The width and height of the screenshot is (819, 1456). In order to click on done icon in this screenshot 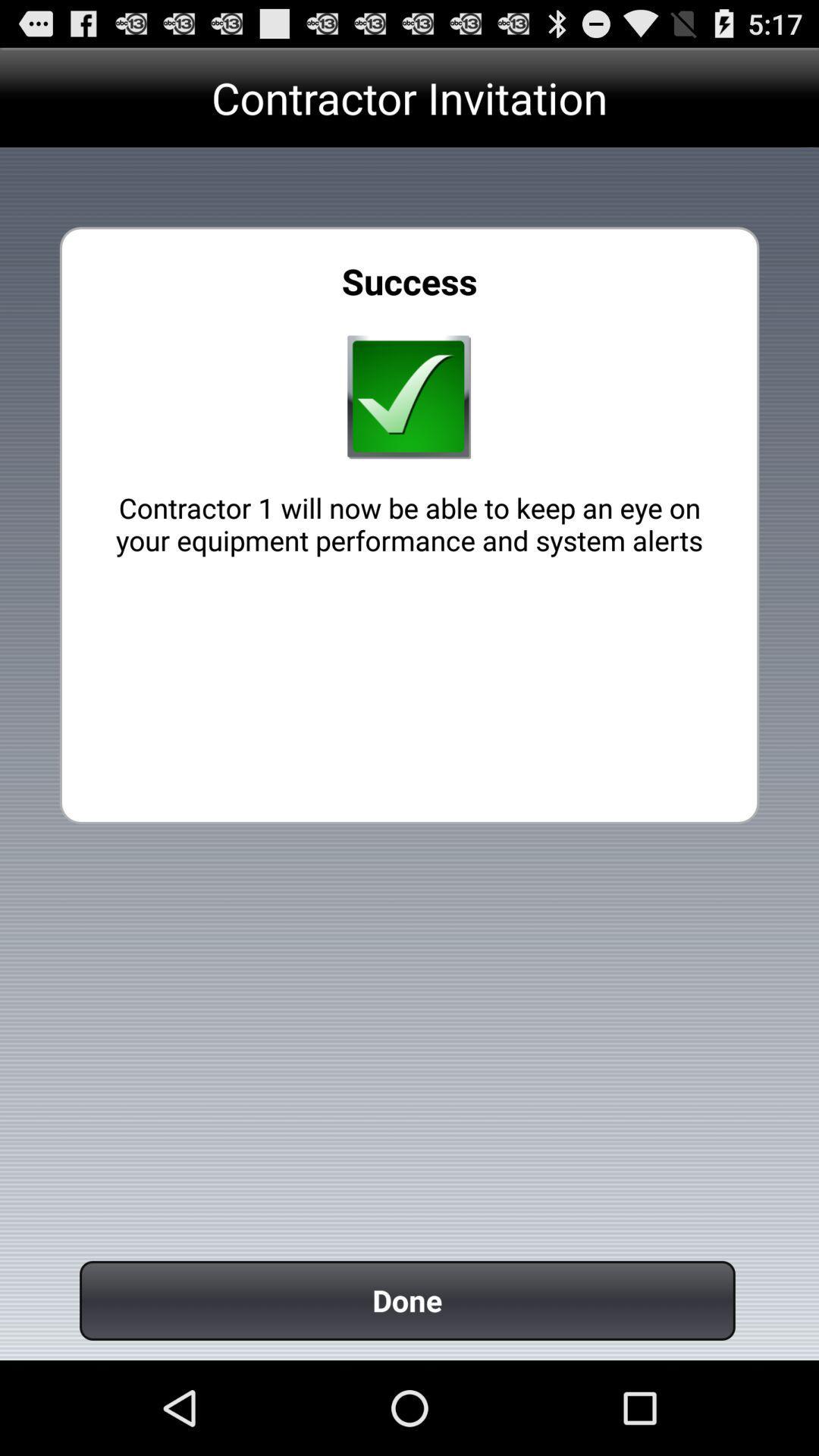, I will do `click(406, 1300)`.